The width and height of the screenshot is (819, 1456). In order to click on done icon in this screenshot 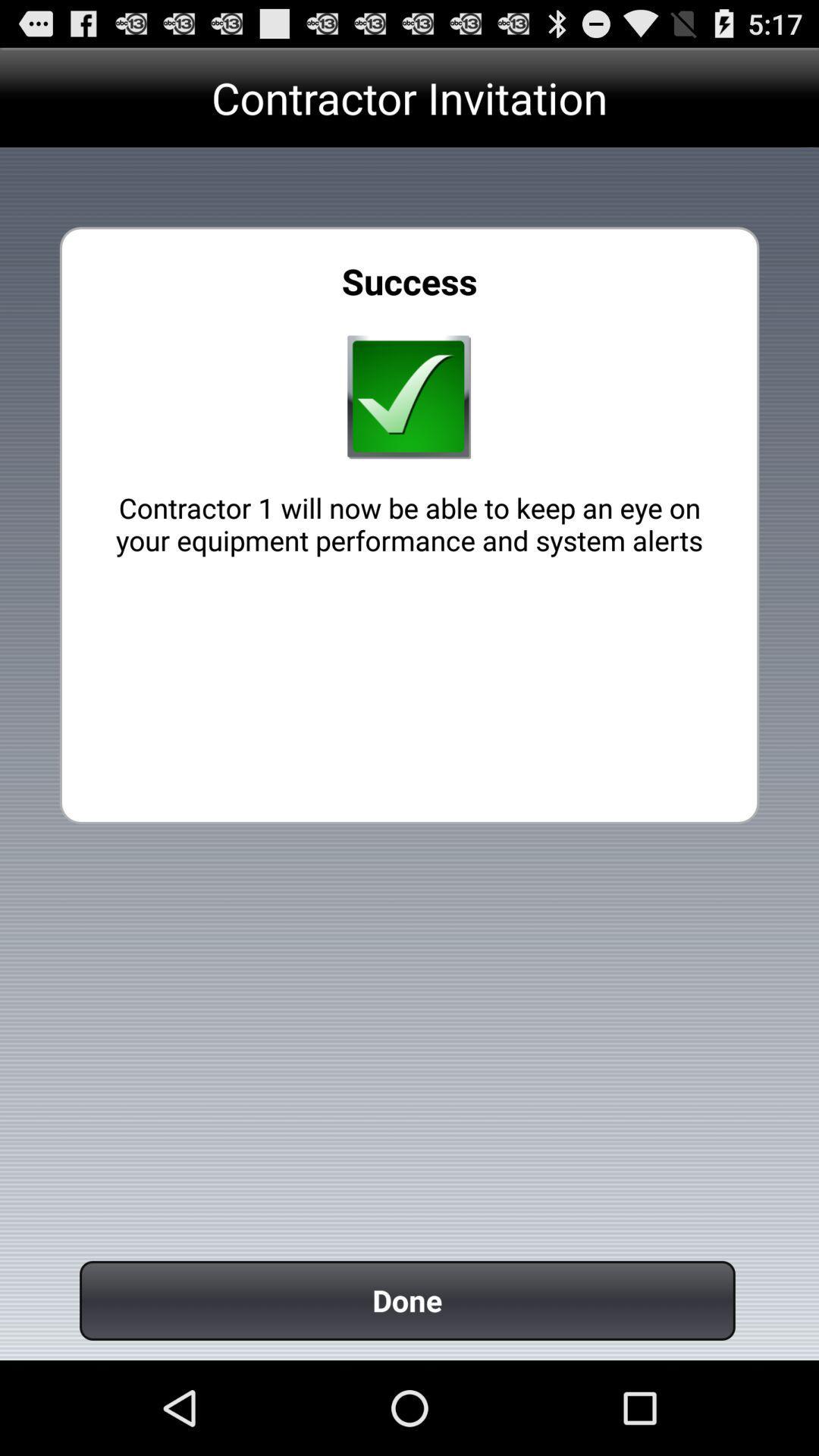, I will do `click(406, 1300)`.